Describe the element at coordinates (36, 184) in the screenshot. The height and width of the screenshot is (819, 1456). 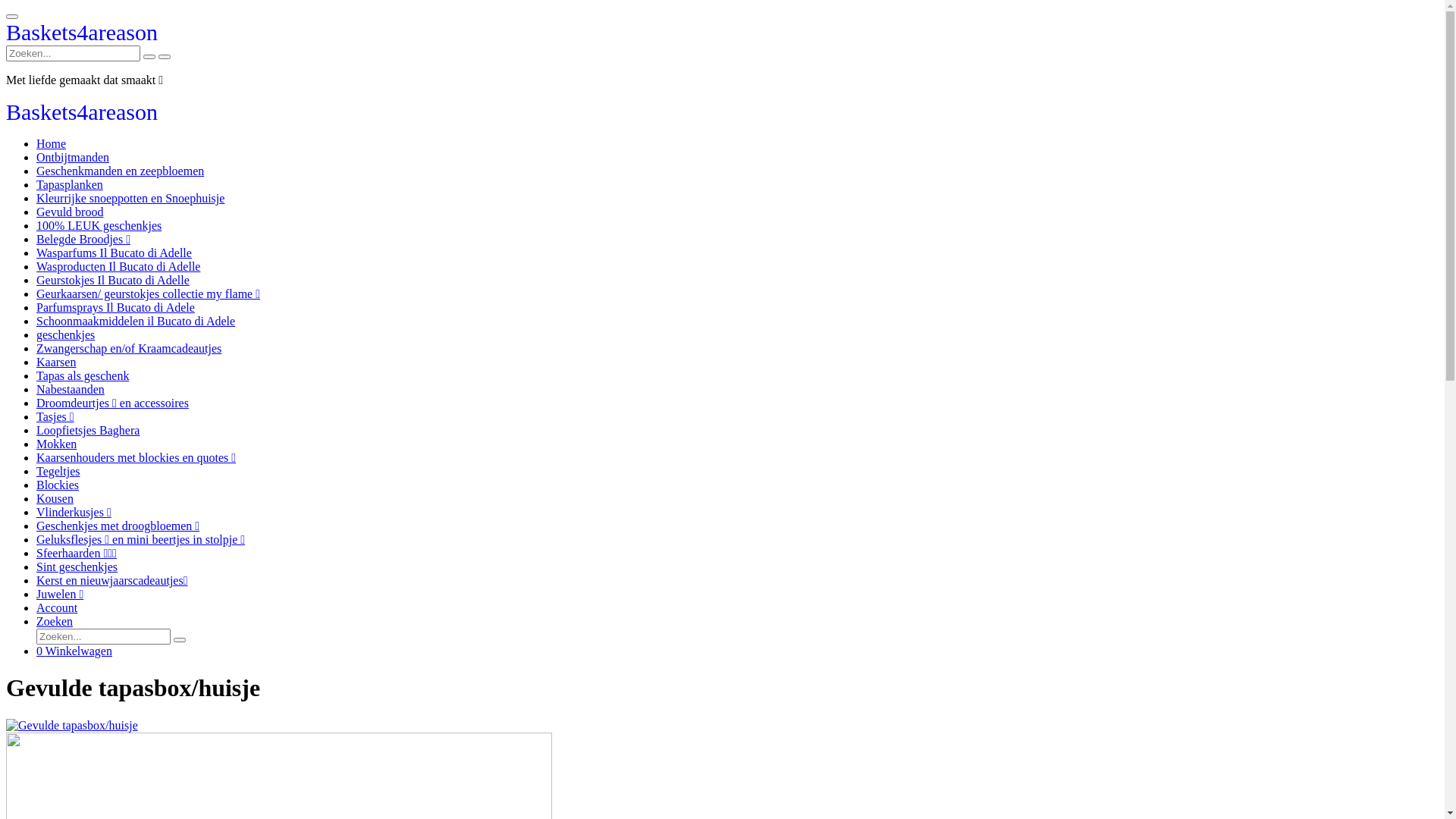
I see `'Tapasplanken'` at that location.